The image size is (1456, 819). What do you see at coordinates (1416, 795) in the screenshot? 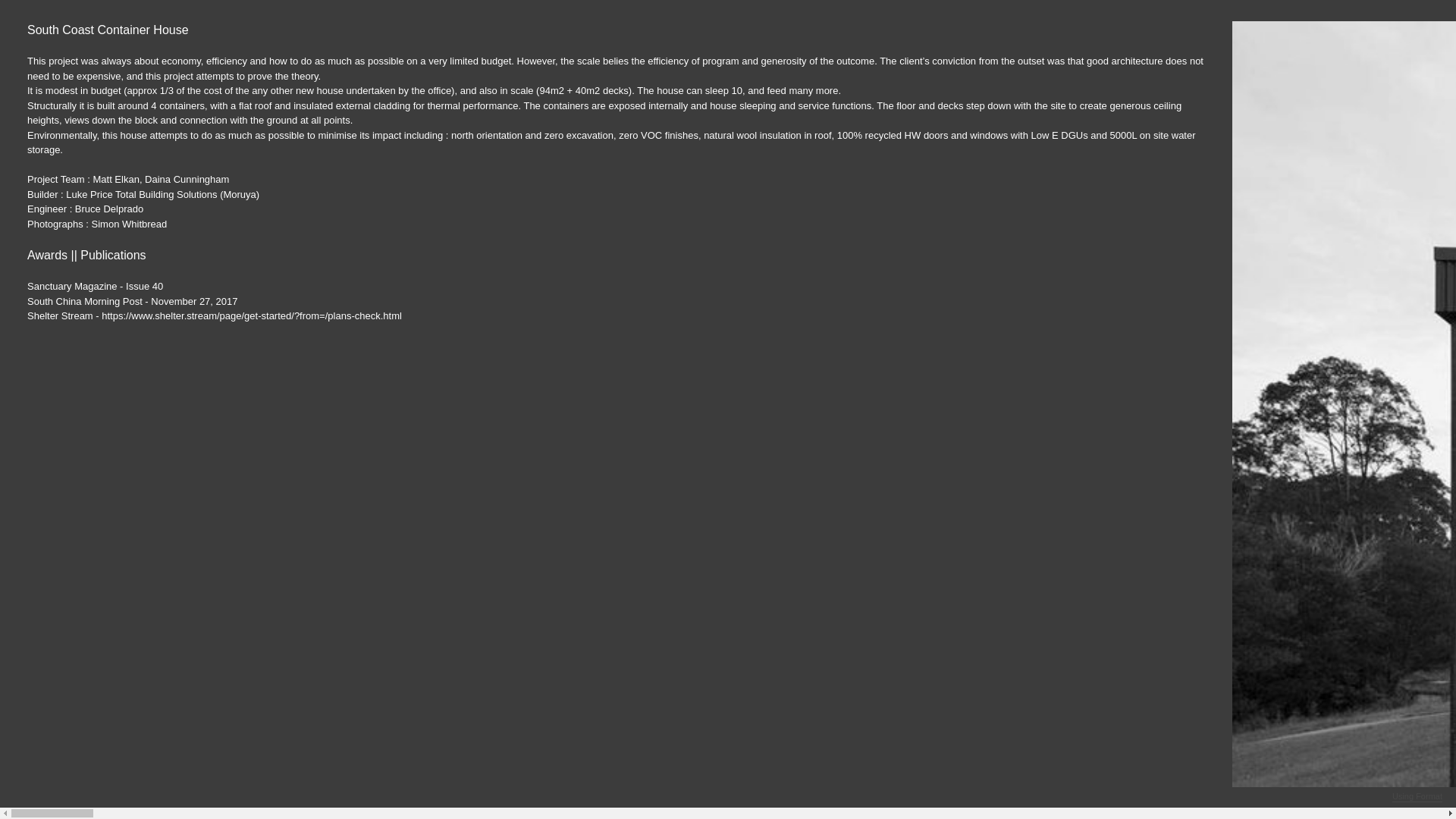
I see `'Using Format'` at bounding box center [1416, 795].